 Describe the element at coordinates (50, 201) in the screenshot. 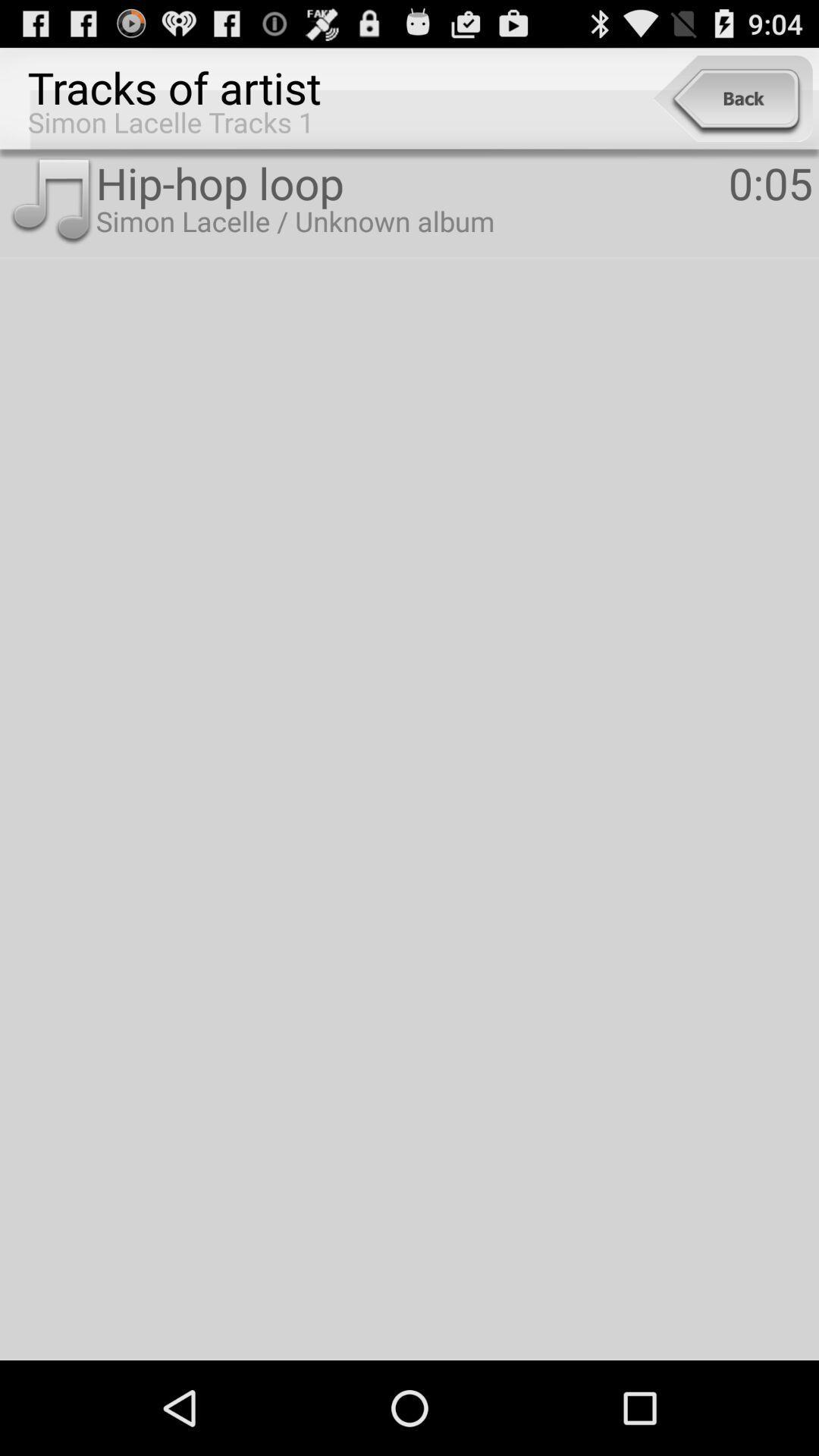

I see `the icon next to hip-hop loop` at that location.